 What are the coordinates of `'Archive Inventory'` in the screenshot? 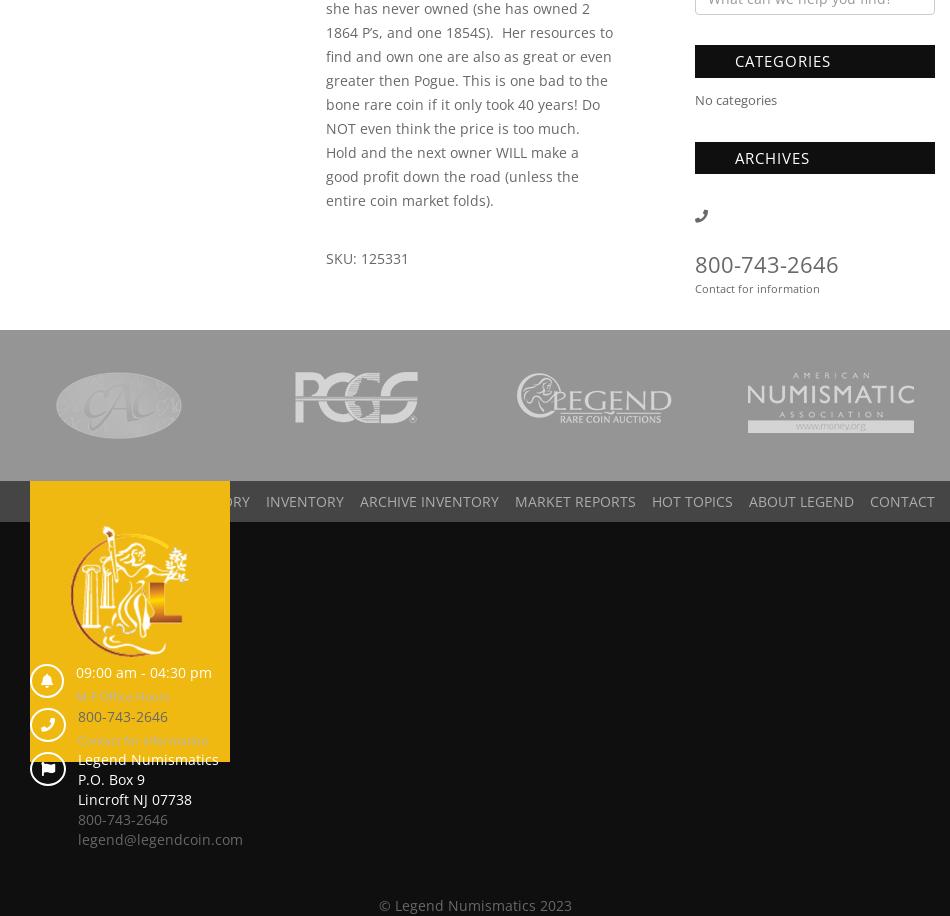 It's located at (428, 501).